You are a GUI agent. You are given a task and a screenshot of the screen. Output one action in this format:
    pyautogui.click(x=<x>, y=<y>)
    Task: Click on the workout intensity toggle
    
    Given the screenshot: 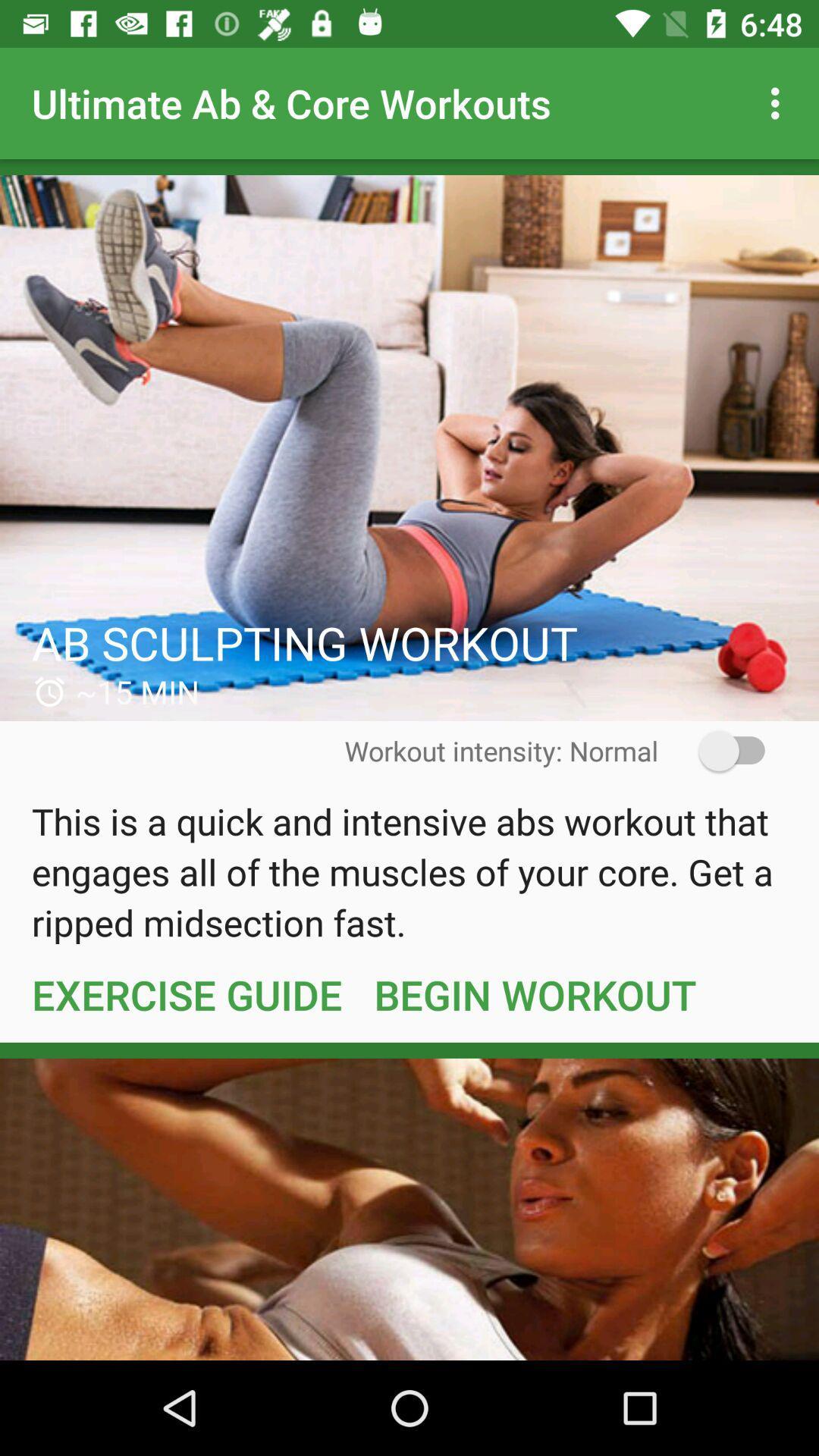 What is the action you would take?
    pyautogui.click(x=721, y=751)
    